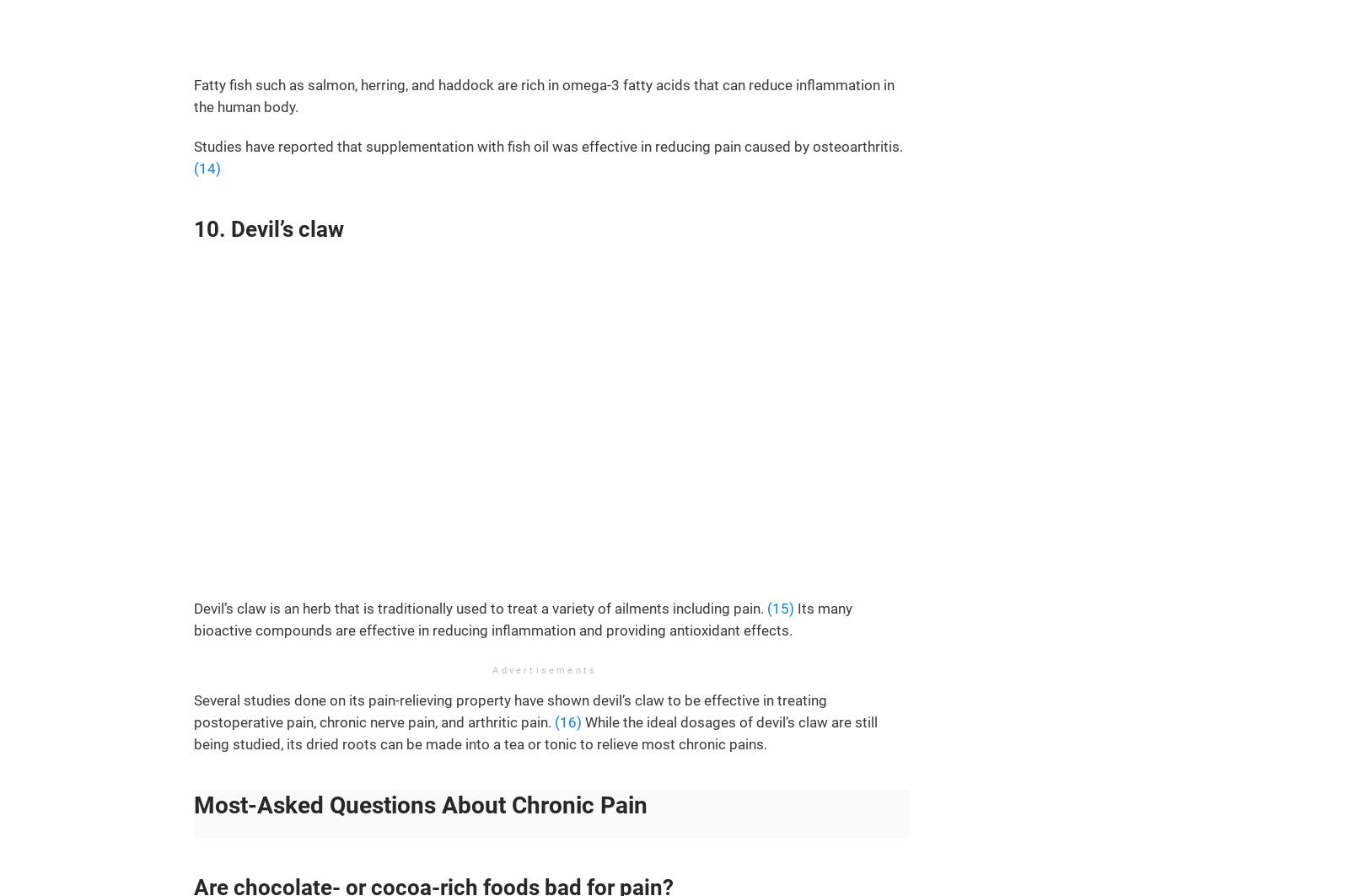  Describe the element at coordinates (523, 619) in the screenshot. I see `'Its many bioactive compounds are effective in reducing inflammation and providing antioxidant effects.'` at that location.